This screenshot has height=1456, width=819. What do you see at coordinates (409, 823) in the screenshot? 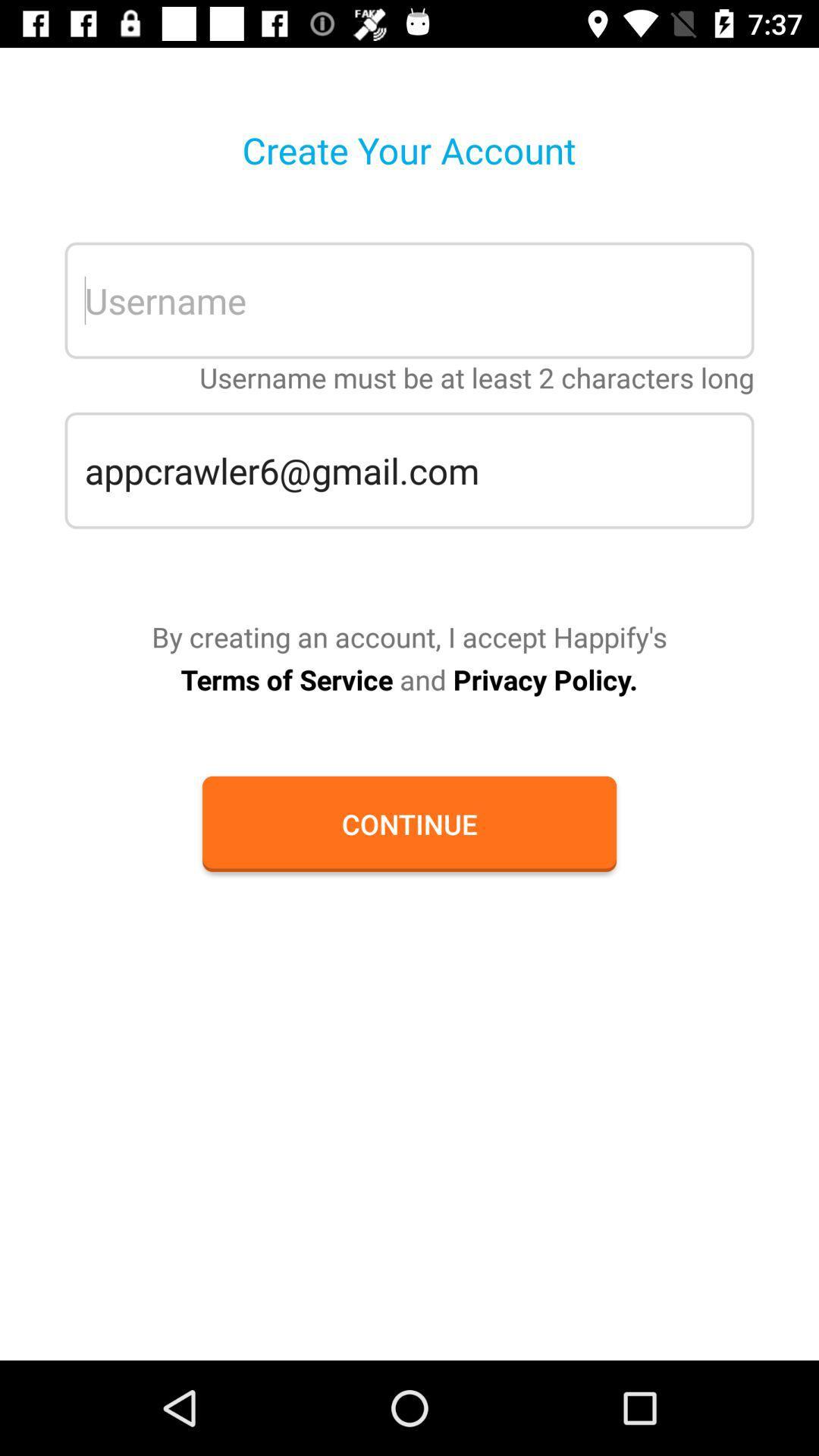
I see `continue` at bounding box center [409, 823].